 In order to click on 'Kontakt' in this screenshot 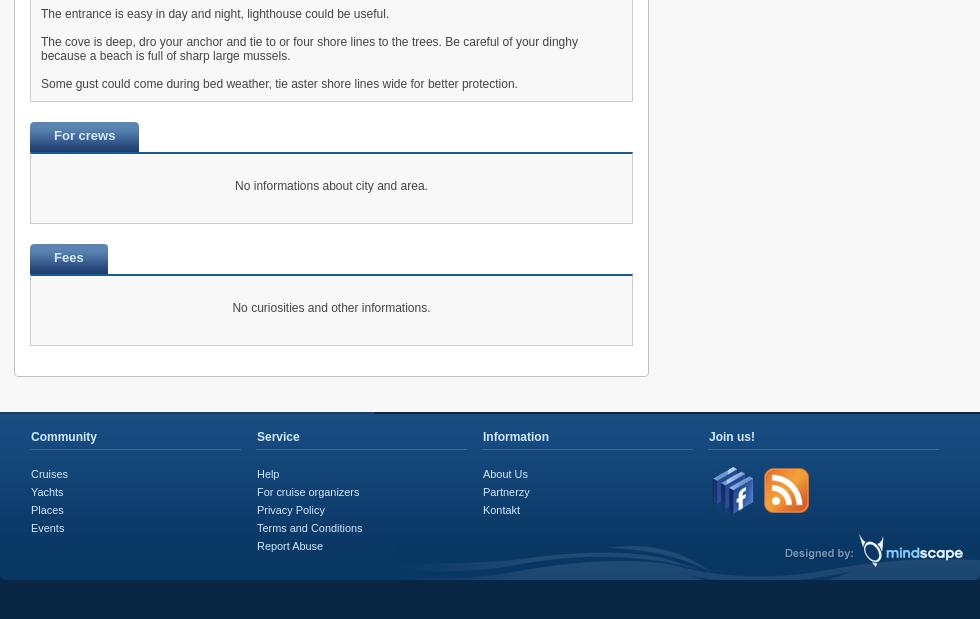, I will do `click(500, 508)`.